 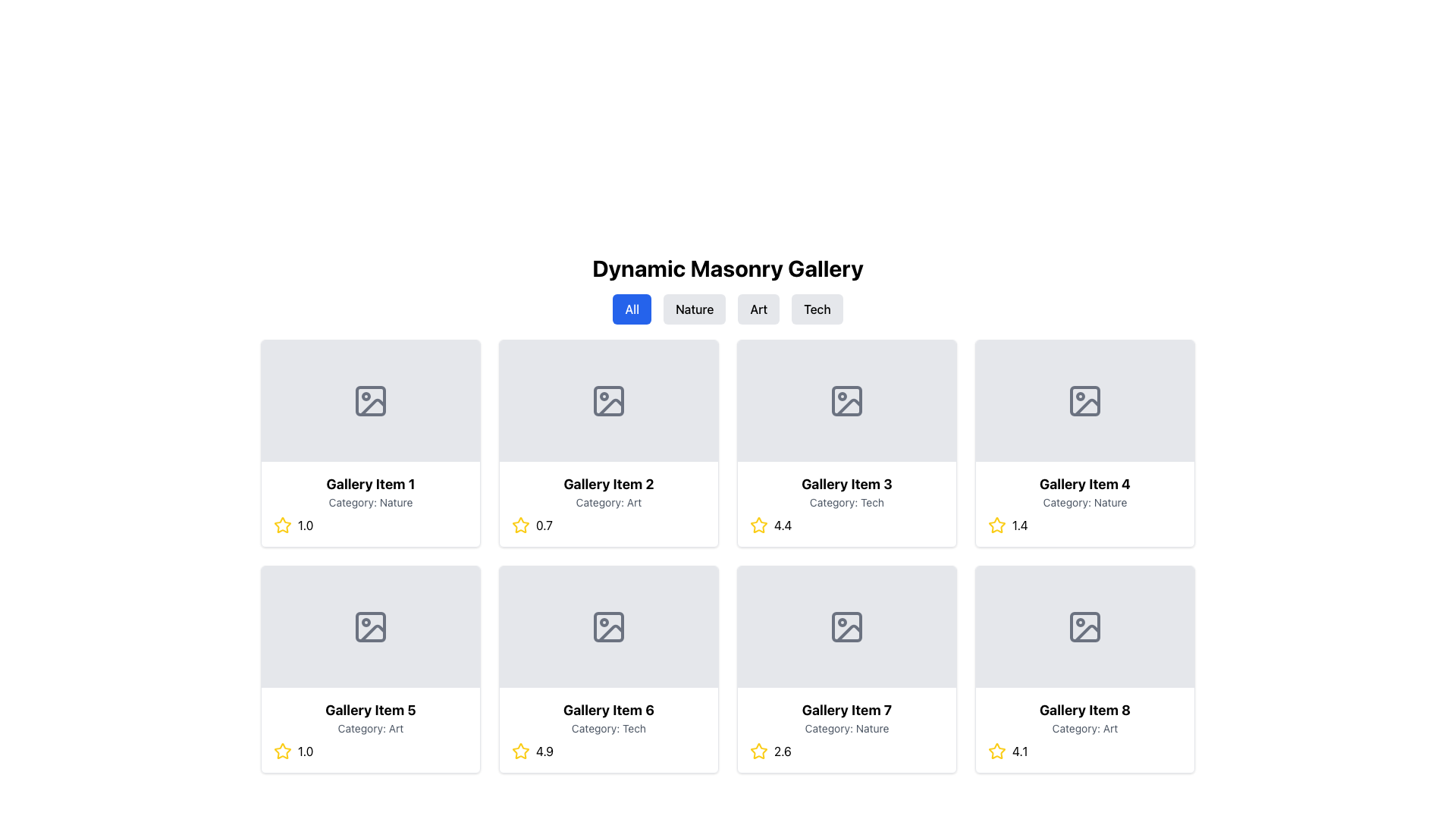 What do you see at coordinates (816, 309) in the screenshot?
I see `the 'Tech' category selector button, which is the fourth button in a horizontal series of category selectors below the title 'Dynamic Masonry Gallery'` at bounding box center [816, 309].